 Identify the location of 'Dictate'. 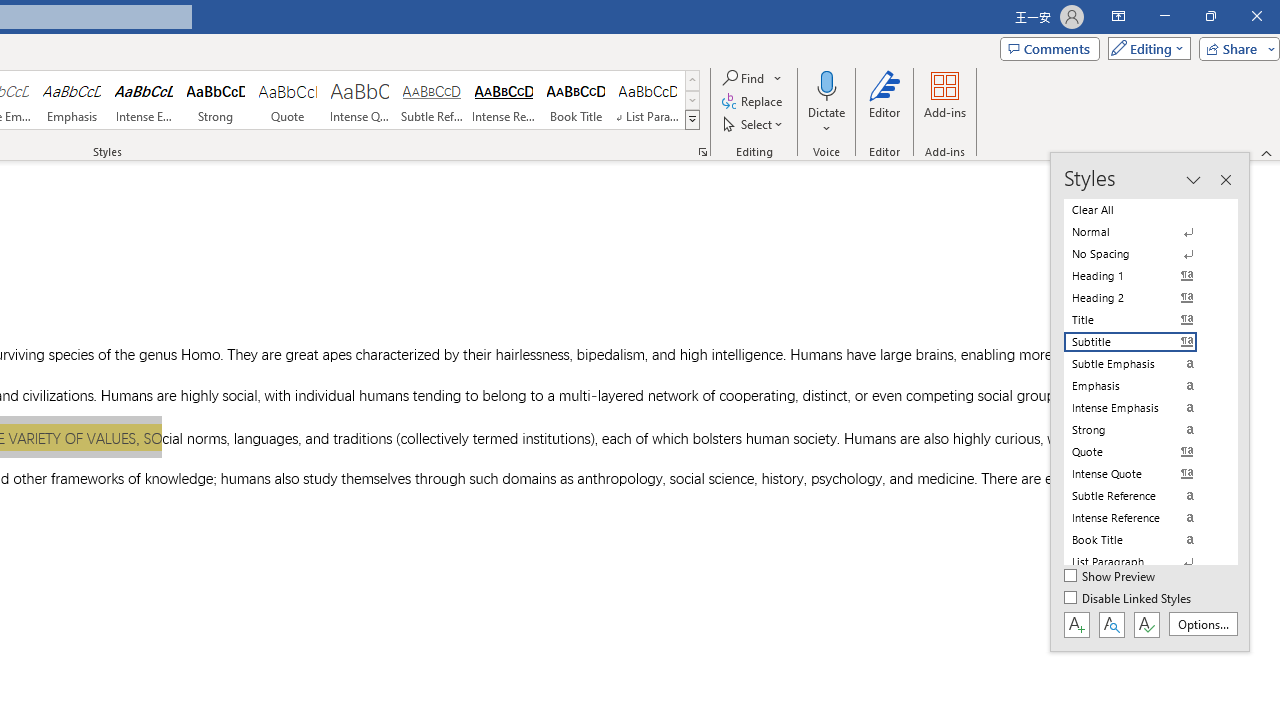
(826, 103).